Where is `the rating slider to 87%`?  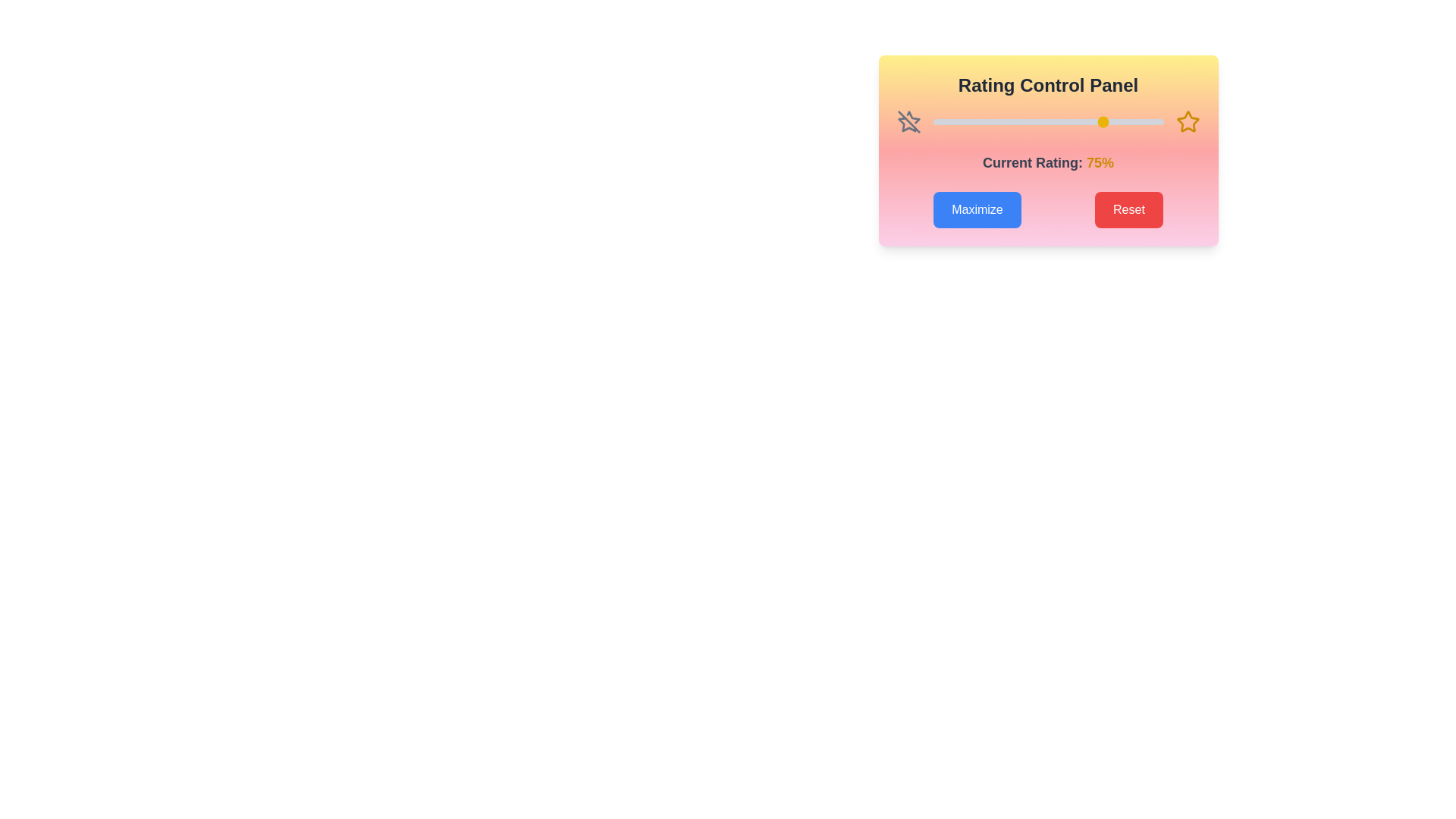
the rating slider to 87% is located at coordinates (1133, 121).